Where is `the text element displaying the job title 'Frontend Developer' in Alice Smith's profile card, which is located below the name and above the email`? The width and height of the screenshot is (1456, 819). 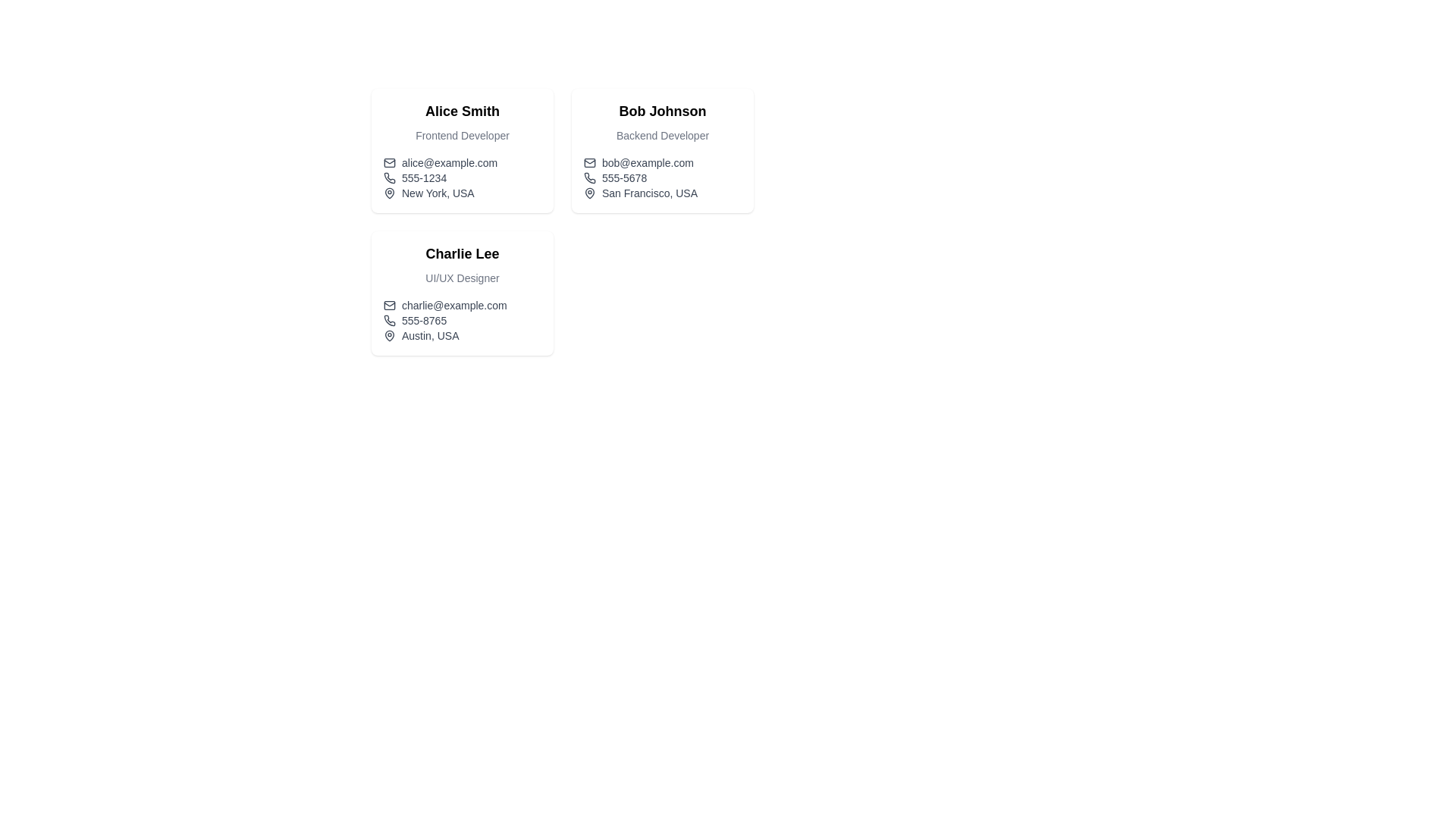
the text element displaying the job title 'Frontend Developer' in Alice Smith's profile card, which is located below the name and above the email is located at coordinates (461, 134).